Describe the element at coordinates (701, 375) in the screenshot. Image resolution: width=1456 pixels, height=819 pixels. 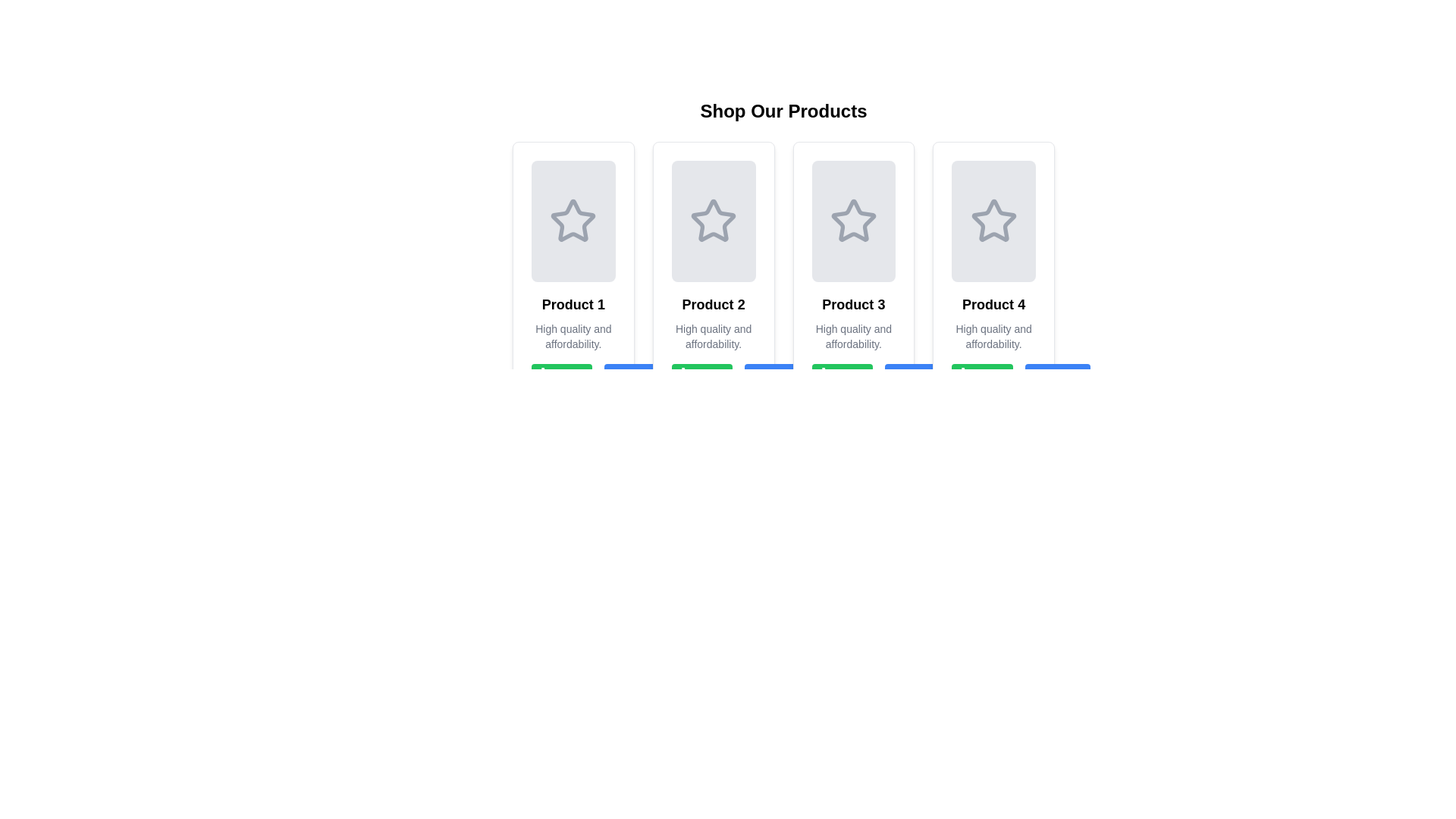
I see `the 'Add' button, which is a rectangular button with a green background and white text, located directly under the second product card in a grid layout` at that location.